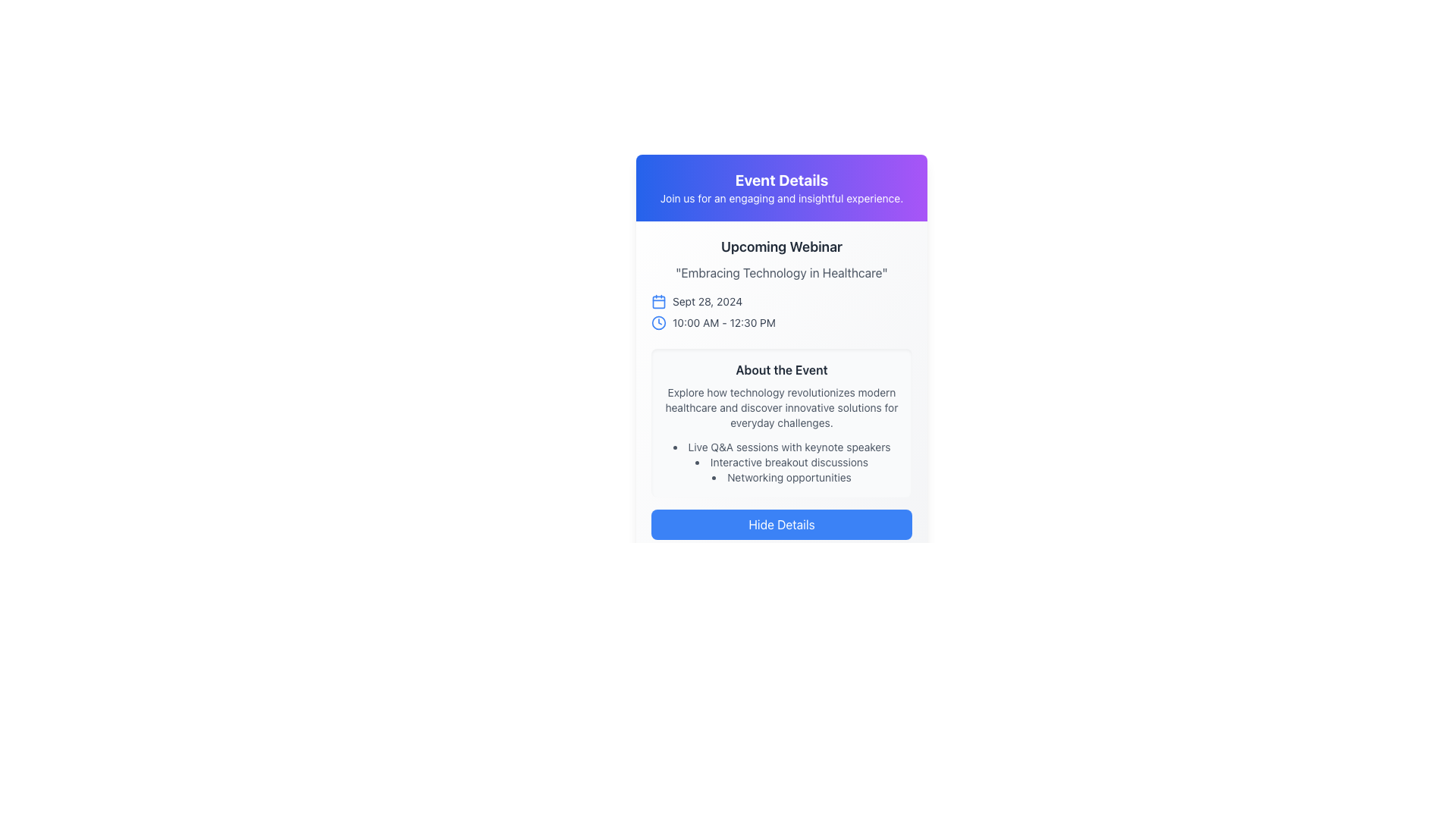 The height and width of the screenshot is (819, 1456). Describe the element at coordinates (658, 301) in the screenshot. I see `the calendar icon using tab navigation` at that location.